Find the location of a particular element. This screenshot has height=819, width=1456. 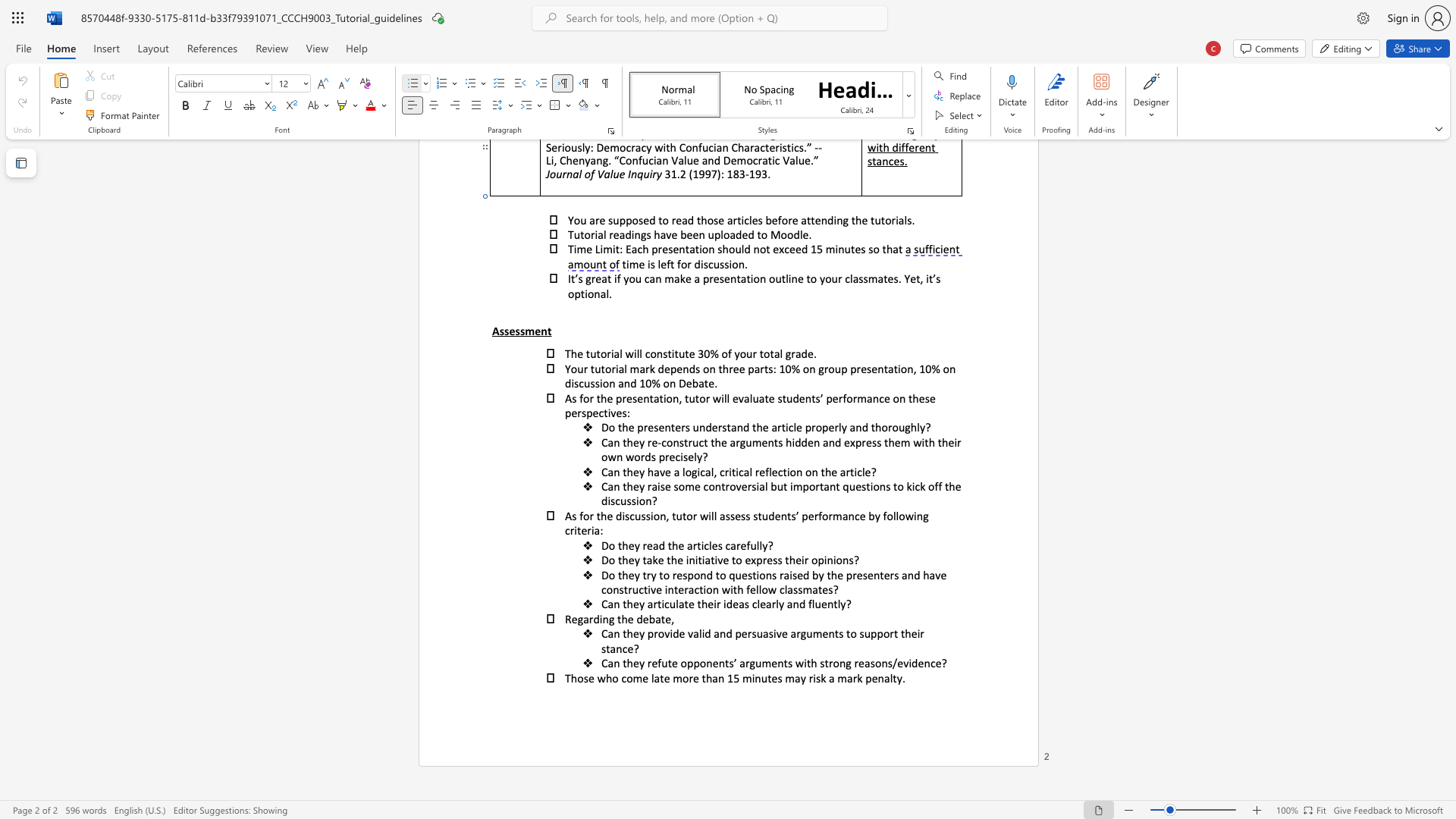

the 2th character "t" in the text is located at coordinates (836, 633).